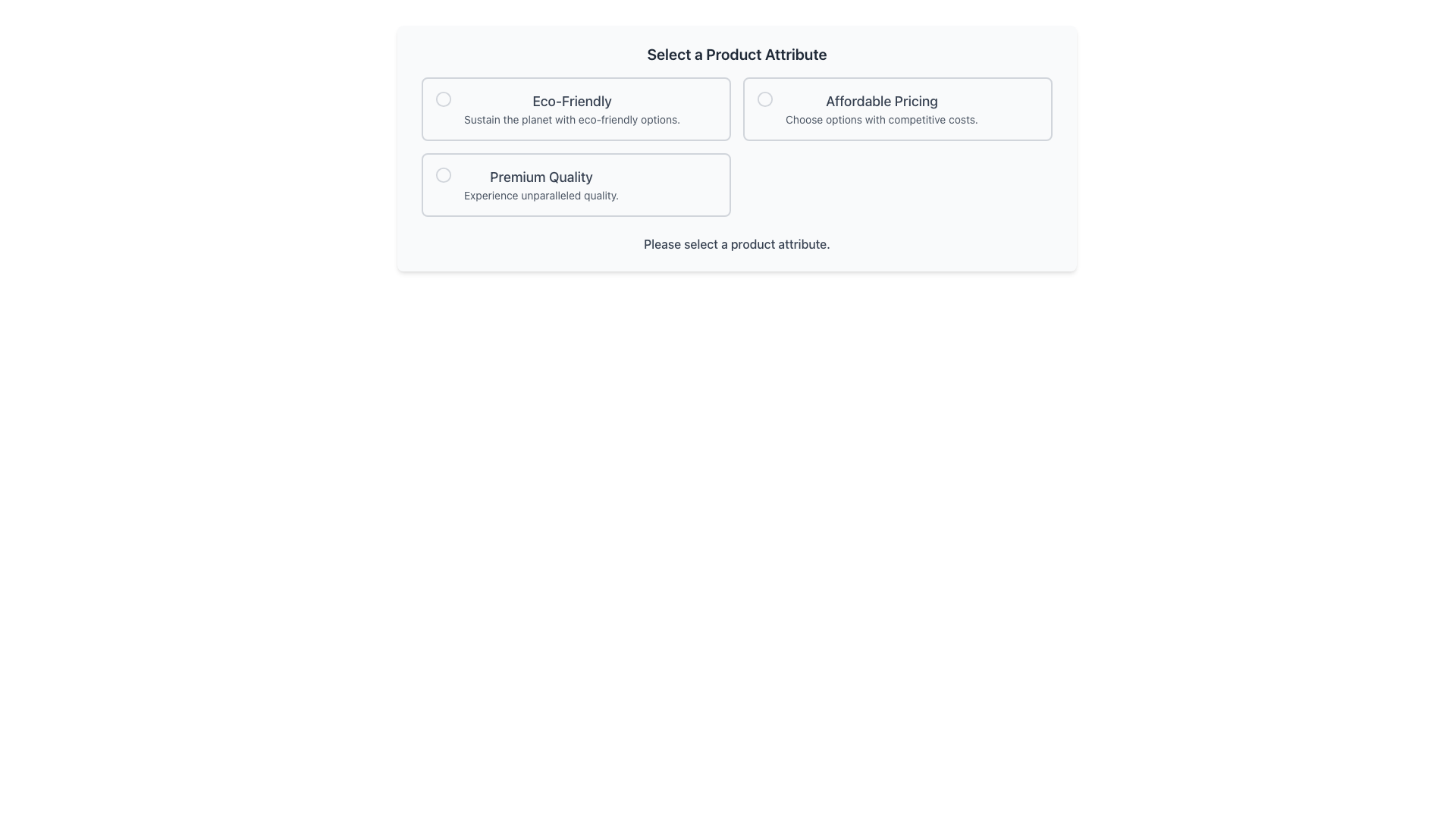 This screenshot has width=1456, height=819. What do you see at coordinates (443, 174) in the screenshot?
I see `the circular radio button indicator associated with the label 'Premium Quality' to trigger potential visual feedback` at bounding box center [443, 174].